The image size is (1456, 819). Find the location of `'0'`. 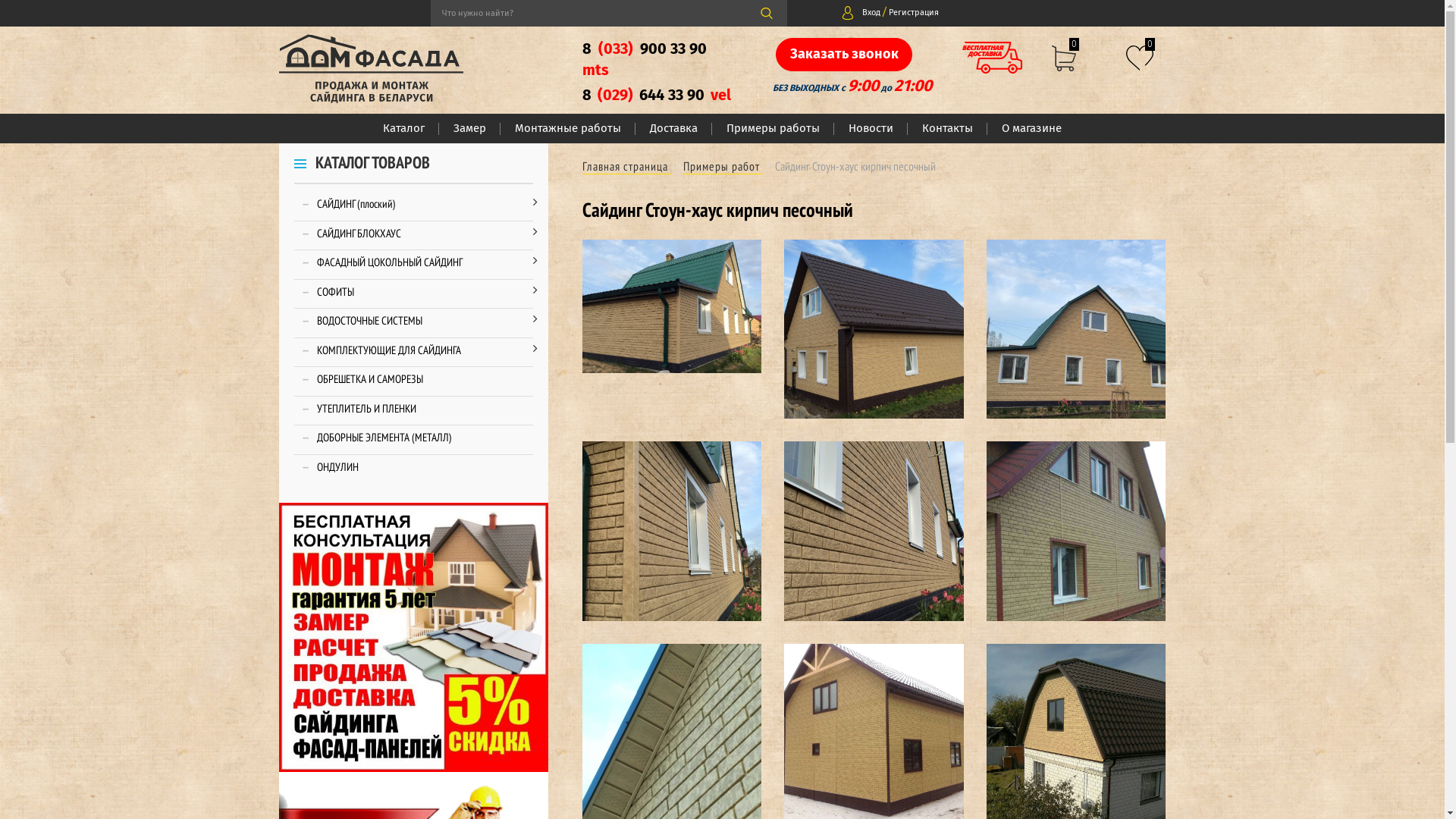

'0' is located at coordinates (1139, 52).